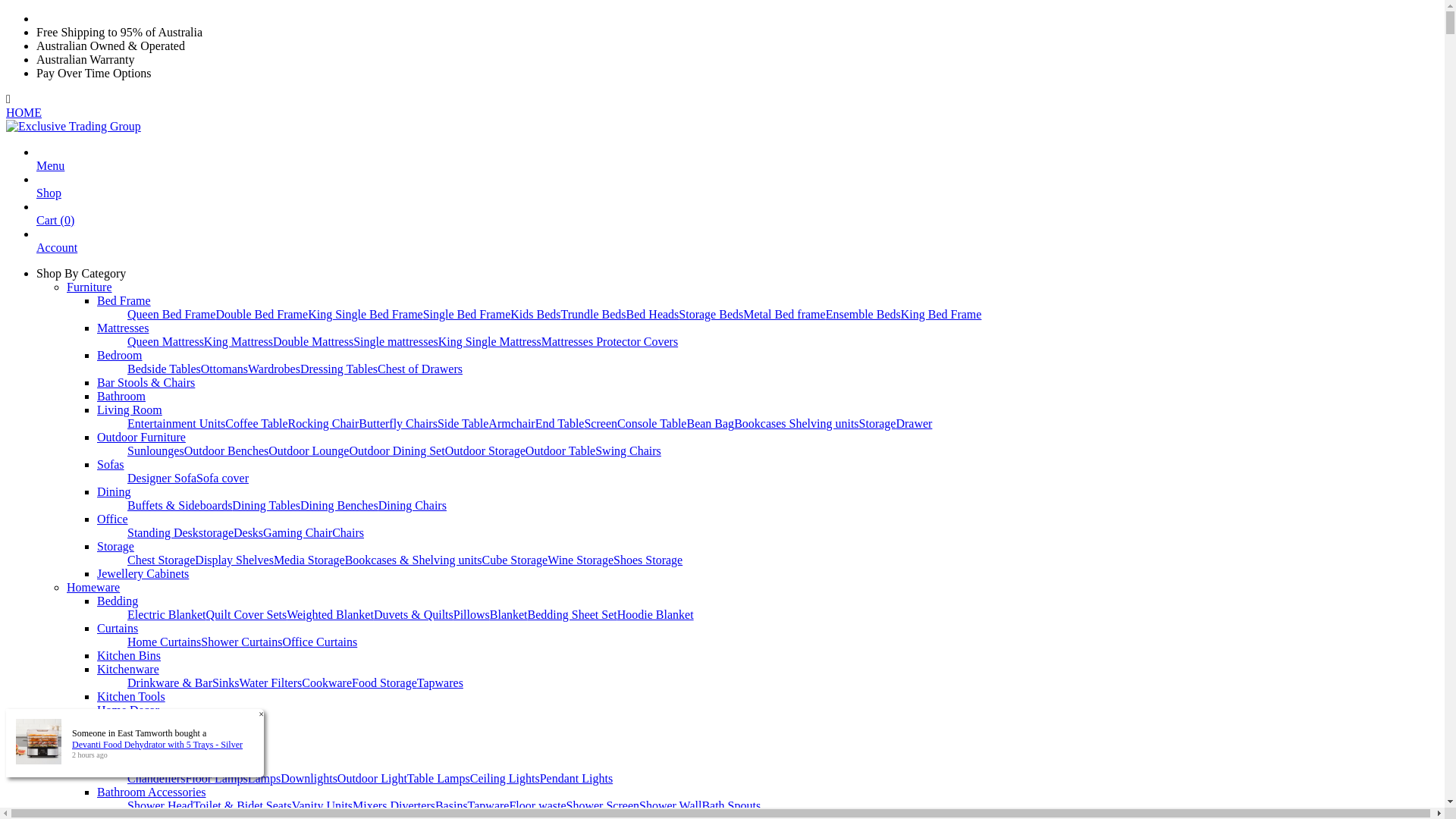  I want to click on 'Toilet & Bidet Seats', so click(243, 805).